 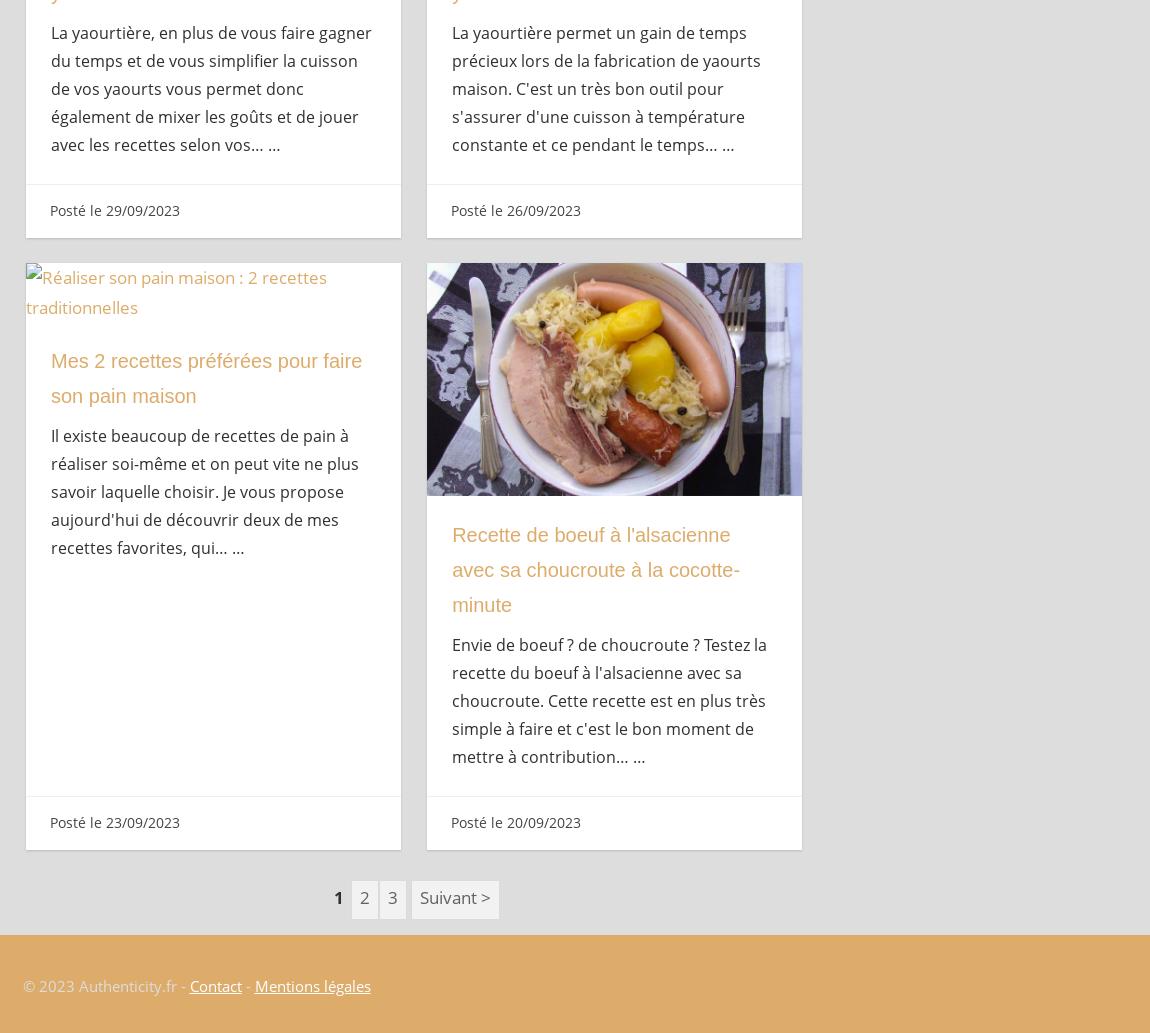 I want to click on 'Posté le 26/09/2023', so click(x=514, y=209).